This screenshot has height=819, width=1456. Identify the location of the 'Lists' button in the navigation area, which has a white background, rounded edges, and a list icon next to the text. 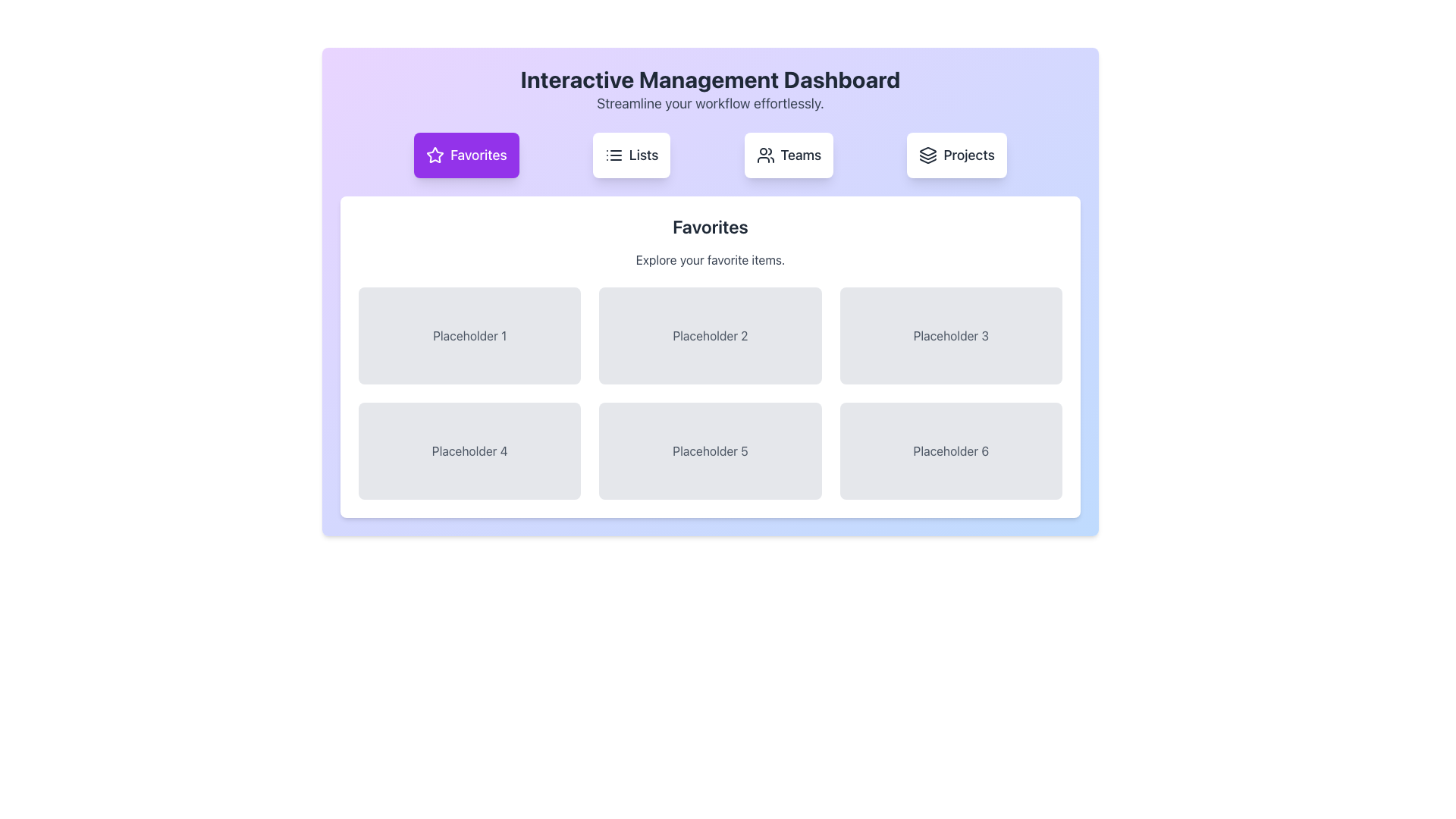
(632, 155).